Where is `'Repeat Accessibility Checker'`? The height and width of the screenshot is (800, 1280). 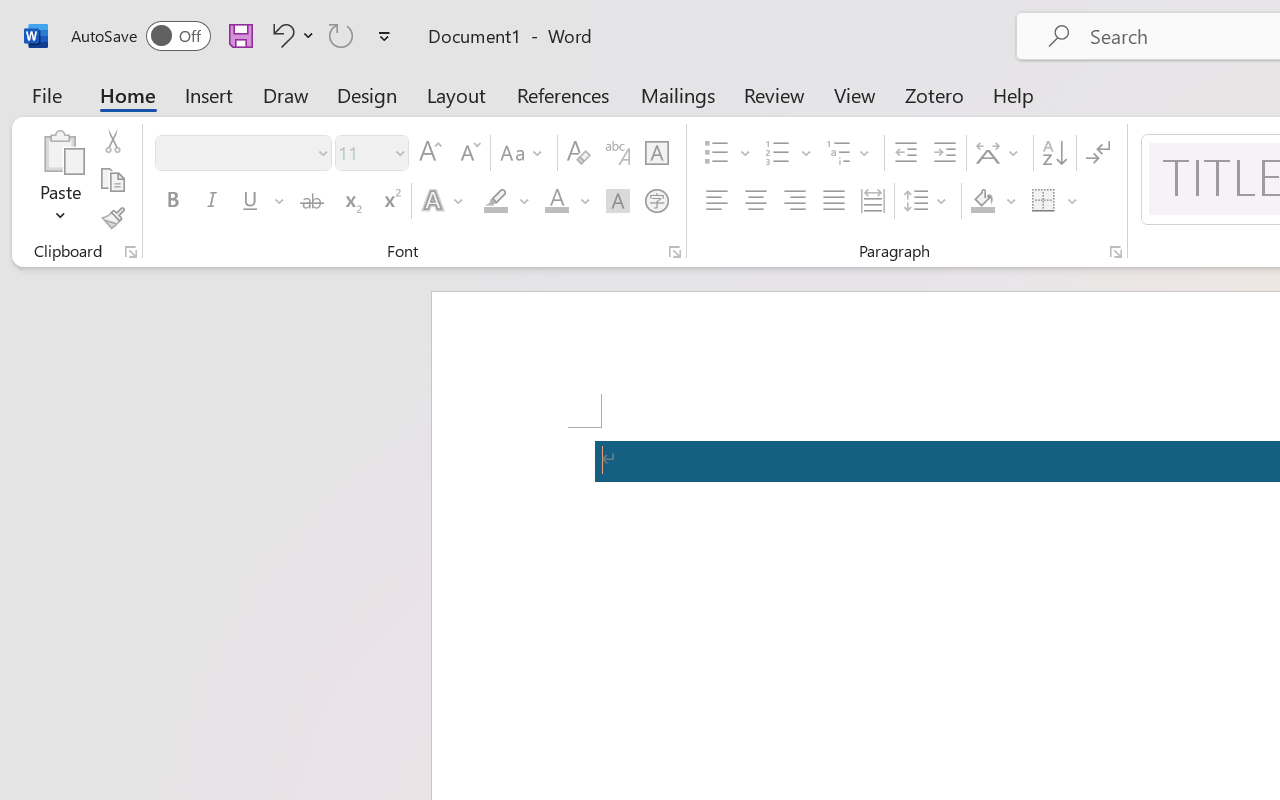
'Repeat Accessibility Checker' is located at coordinates (341, 34).